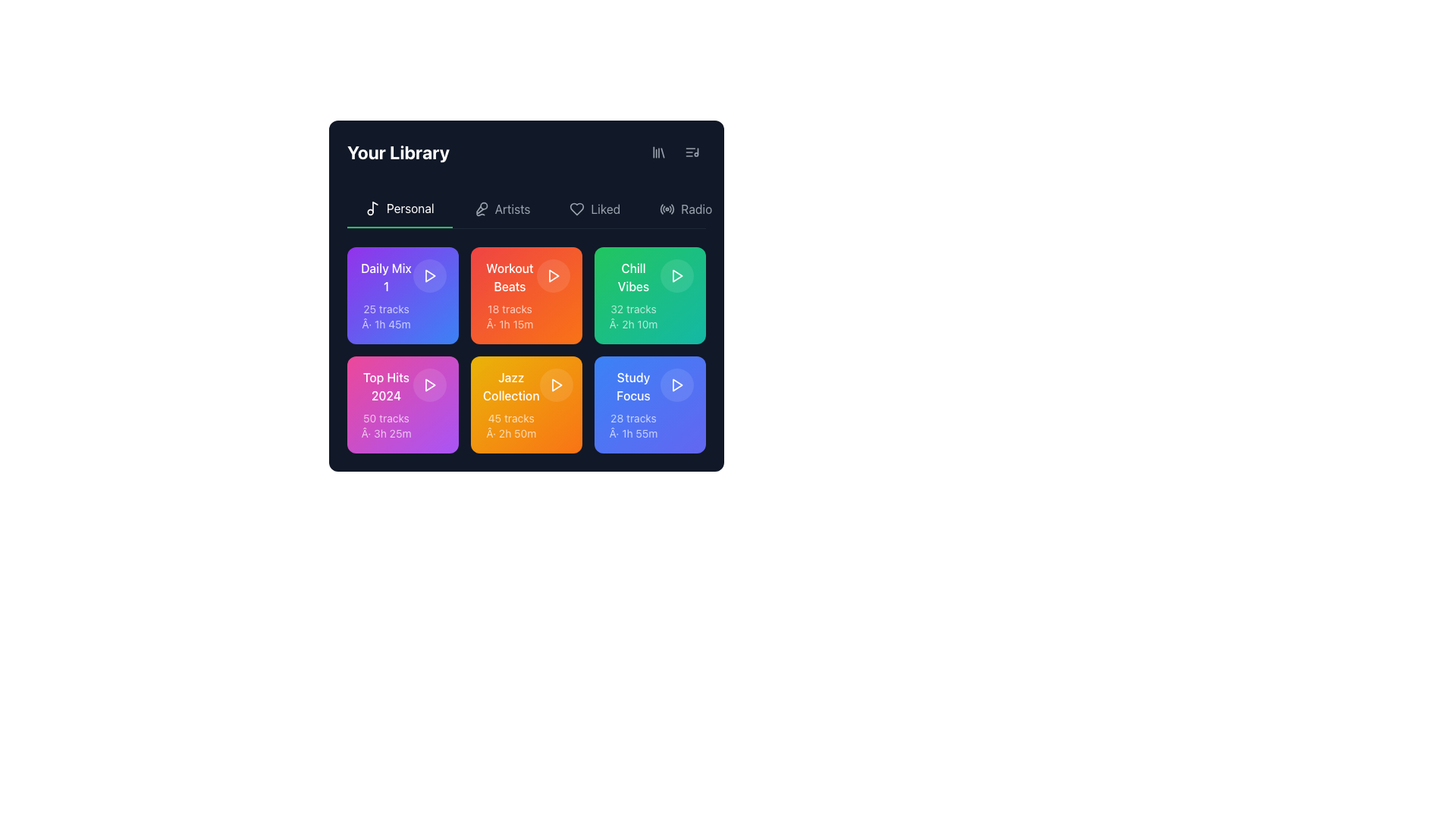 Image resolution: width=1456 pixels, height=819 pixels. I want to click on the interactive music playlist card located in the bottom-right corner, so click(650, 403).